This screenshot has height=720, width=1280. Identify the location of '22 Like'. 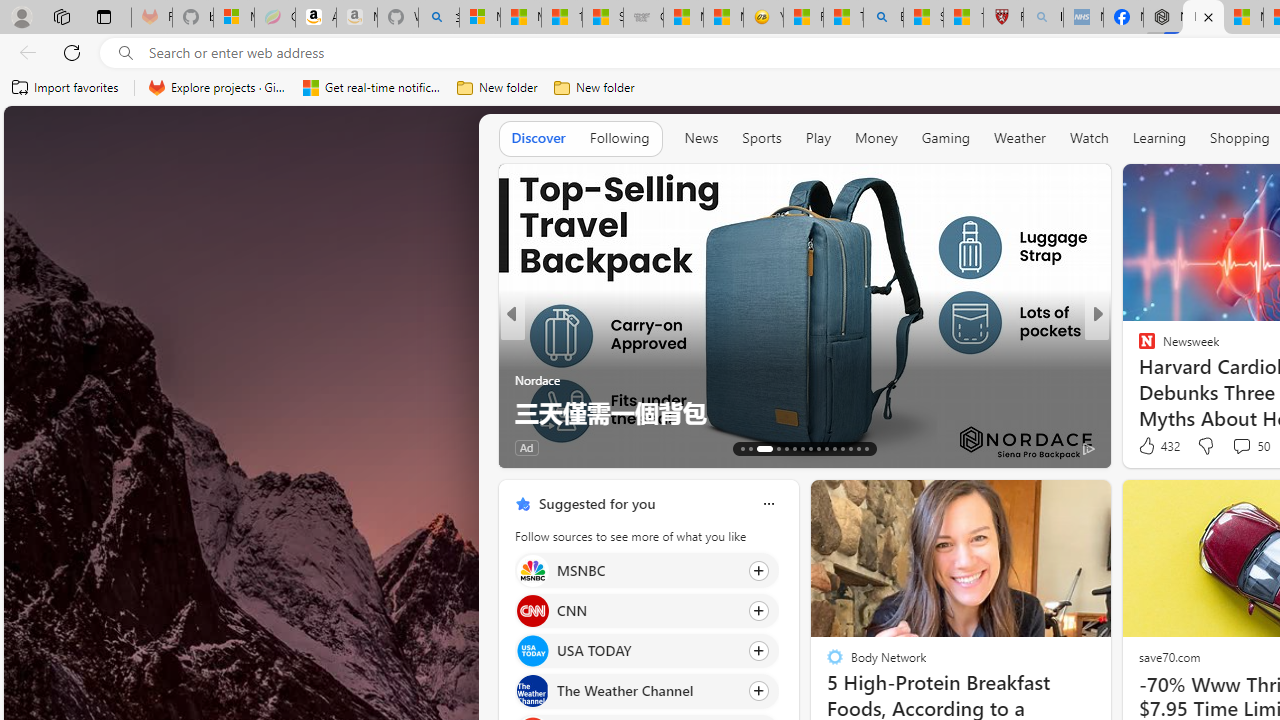
(1149, 446).